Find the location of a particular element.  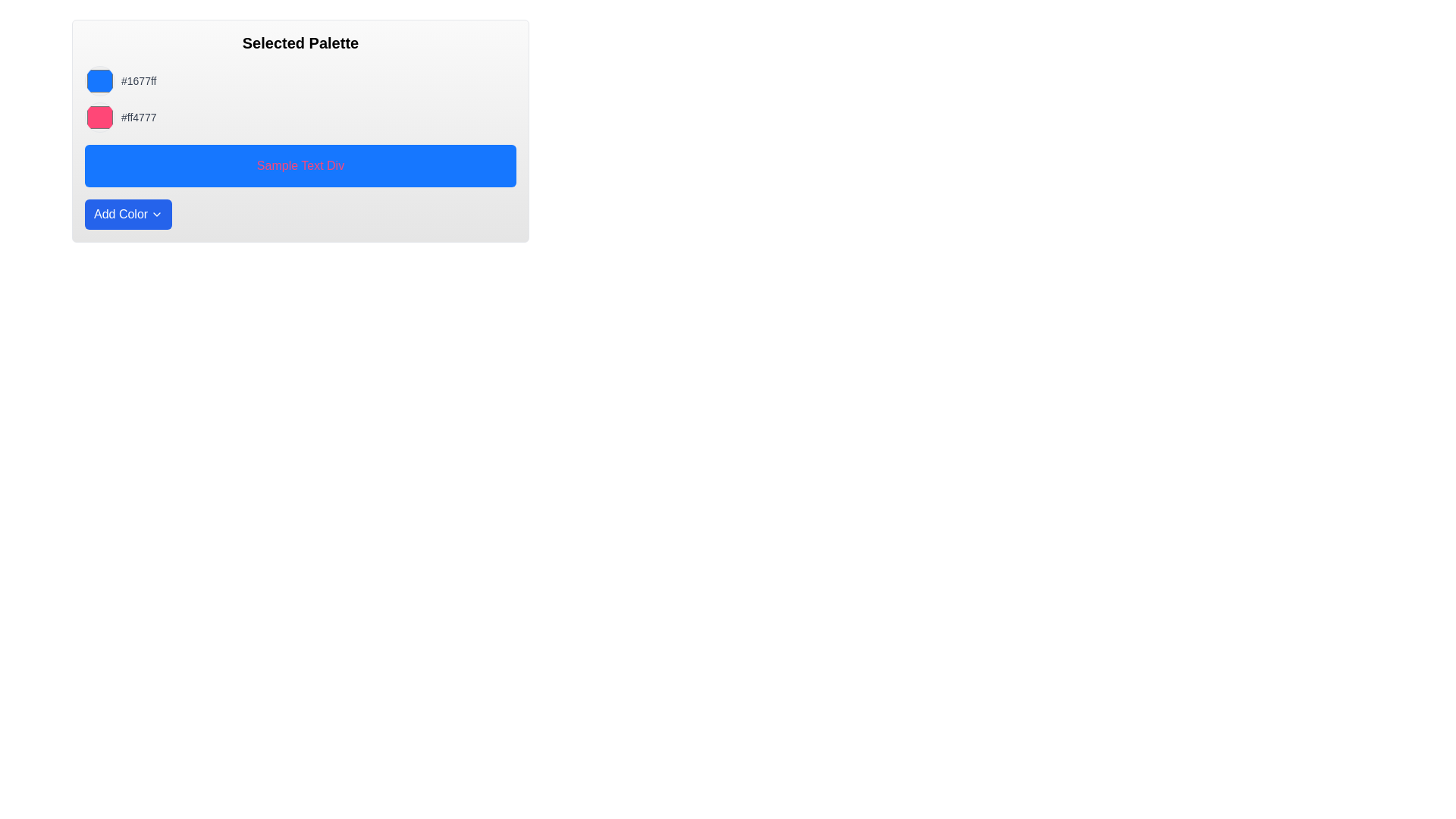

the Color Picker Swatch Button representing the color '#1677ff' is located at coordinates (99, 81).